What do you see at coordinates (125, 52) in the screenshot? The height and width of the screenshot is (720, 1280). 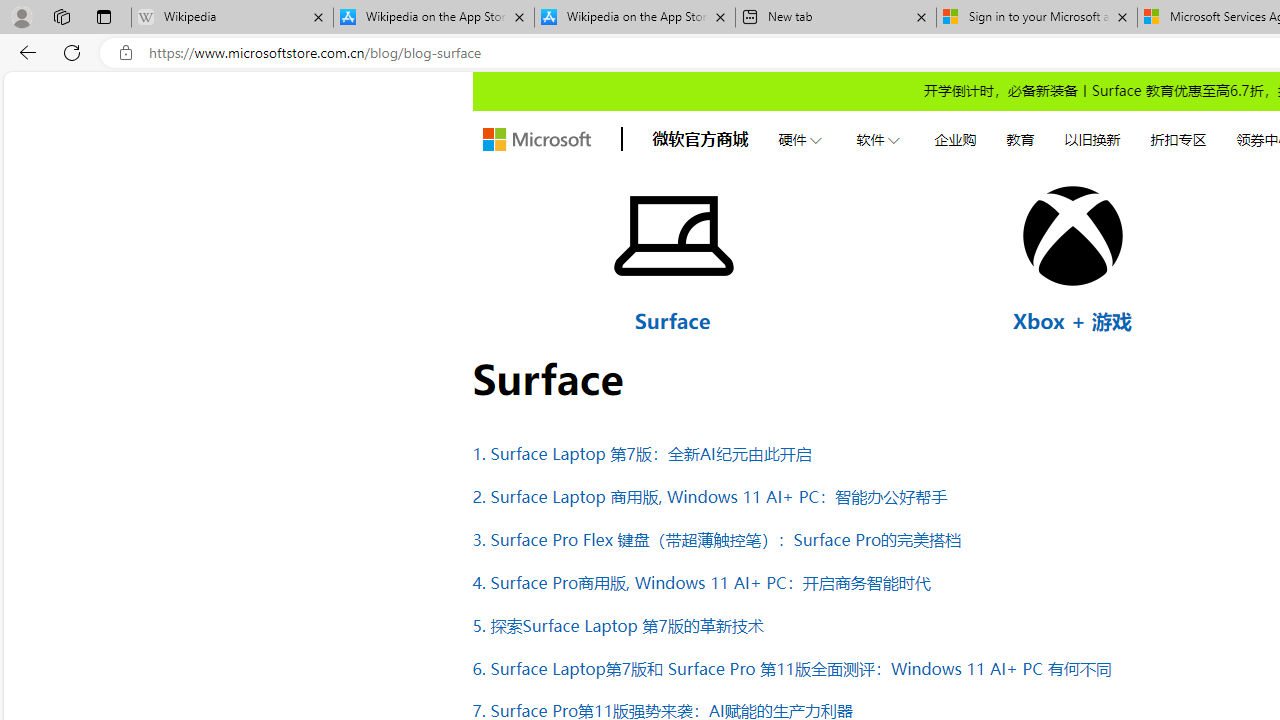 I see `'View site information'` at bounding box center [125, 52].